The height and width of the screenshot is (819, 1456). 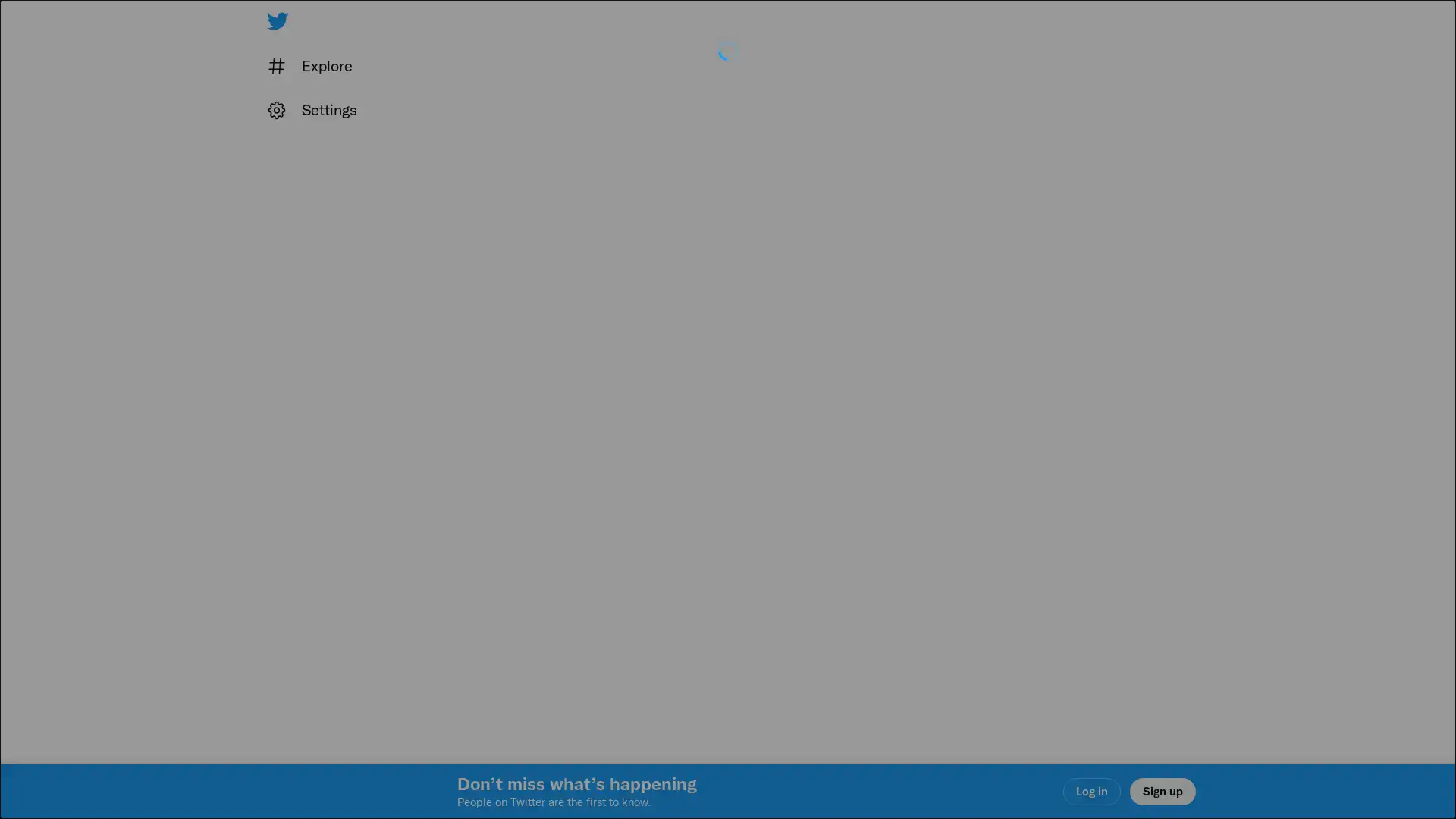 I want to click on Sign up, so click(x=548, y=516).